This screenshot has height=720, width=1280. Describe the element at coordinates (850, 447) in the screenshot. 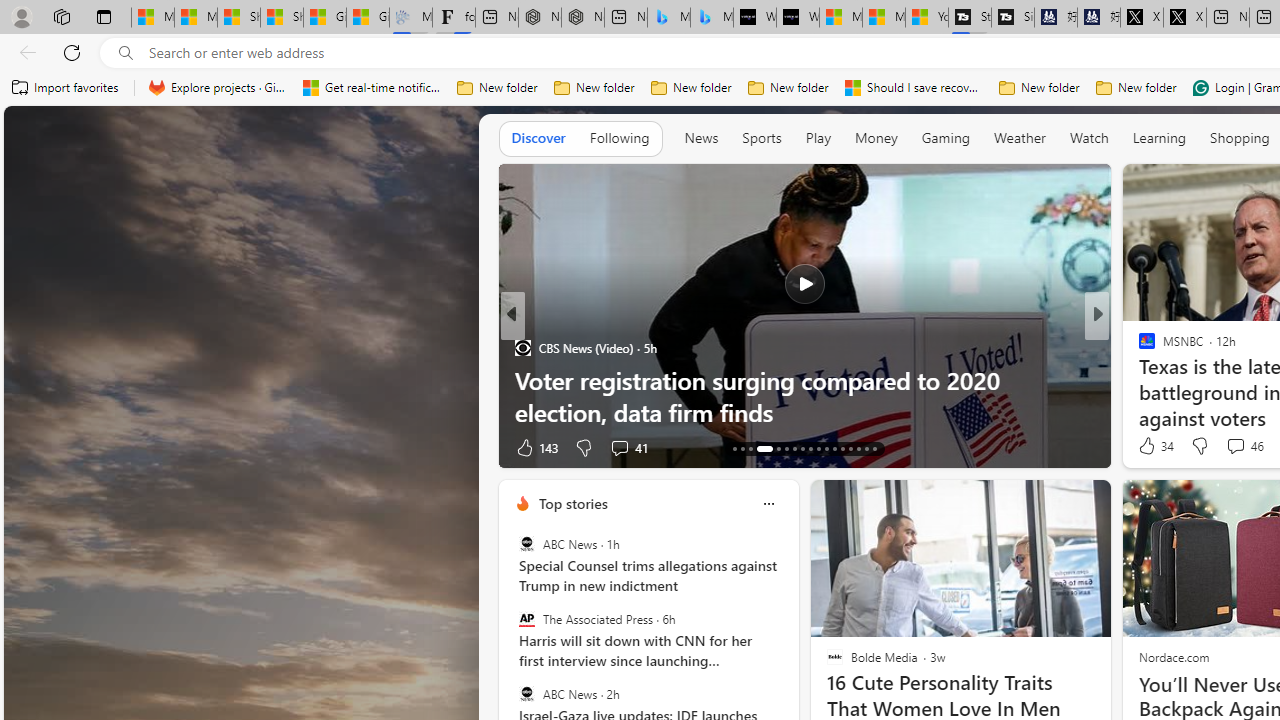

I see `'AutomationID: tab-39'` at that location.